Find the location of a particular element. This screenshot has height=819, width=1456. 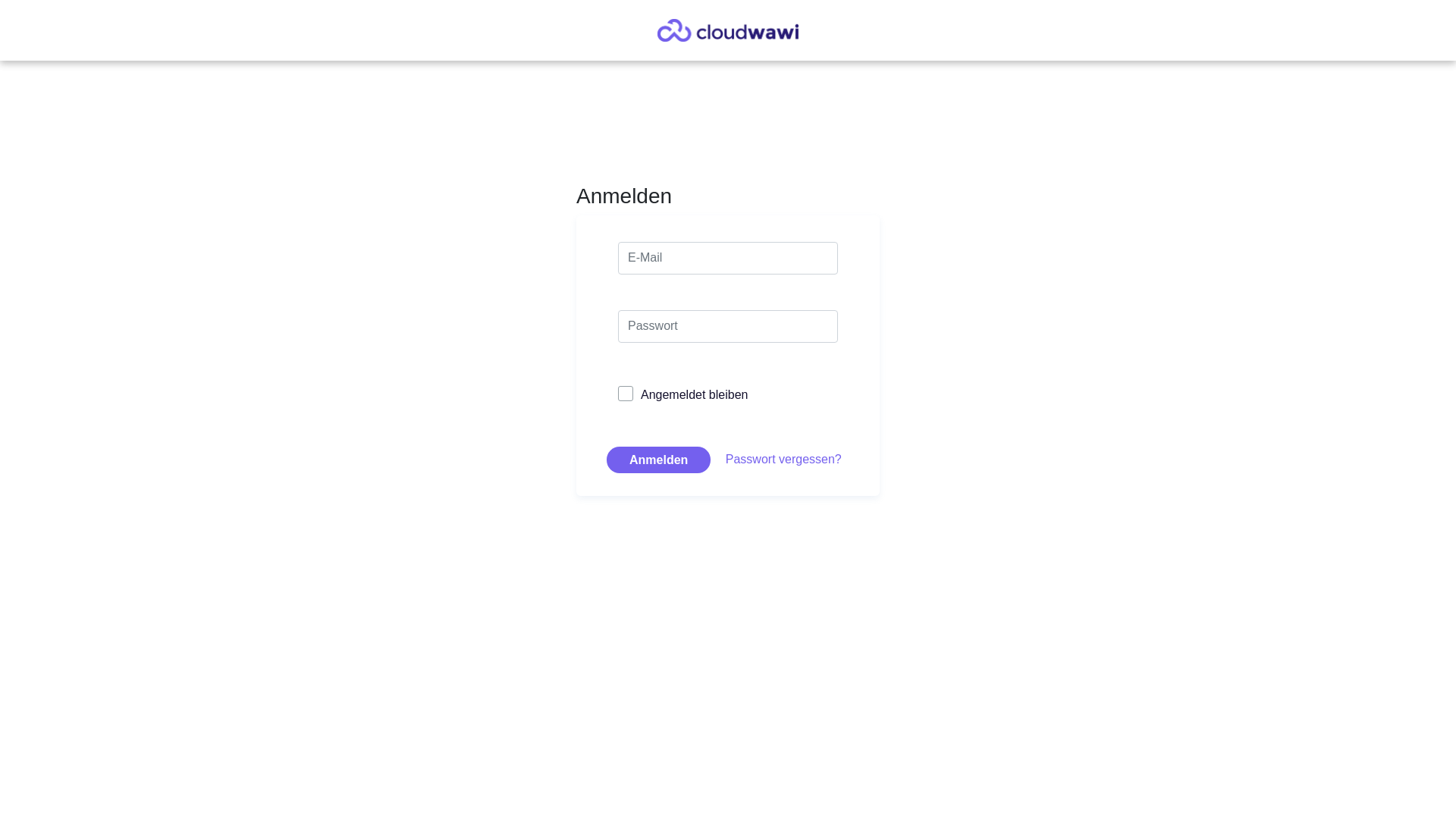

'Anmelden' is located at coordinates (658, 459).